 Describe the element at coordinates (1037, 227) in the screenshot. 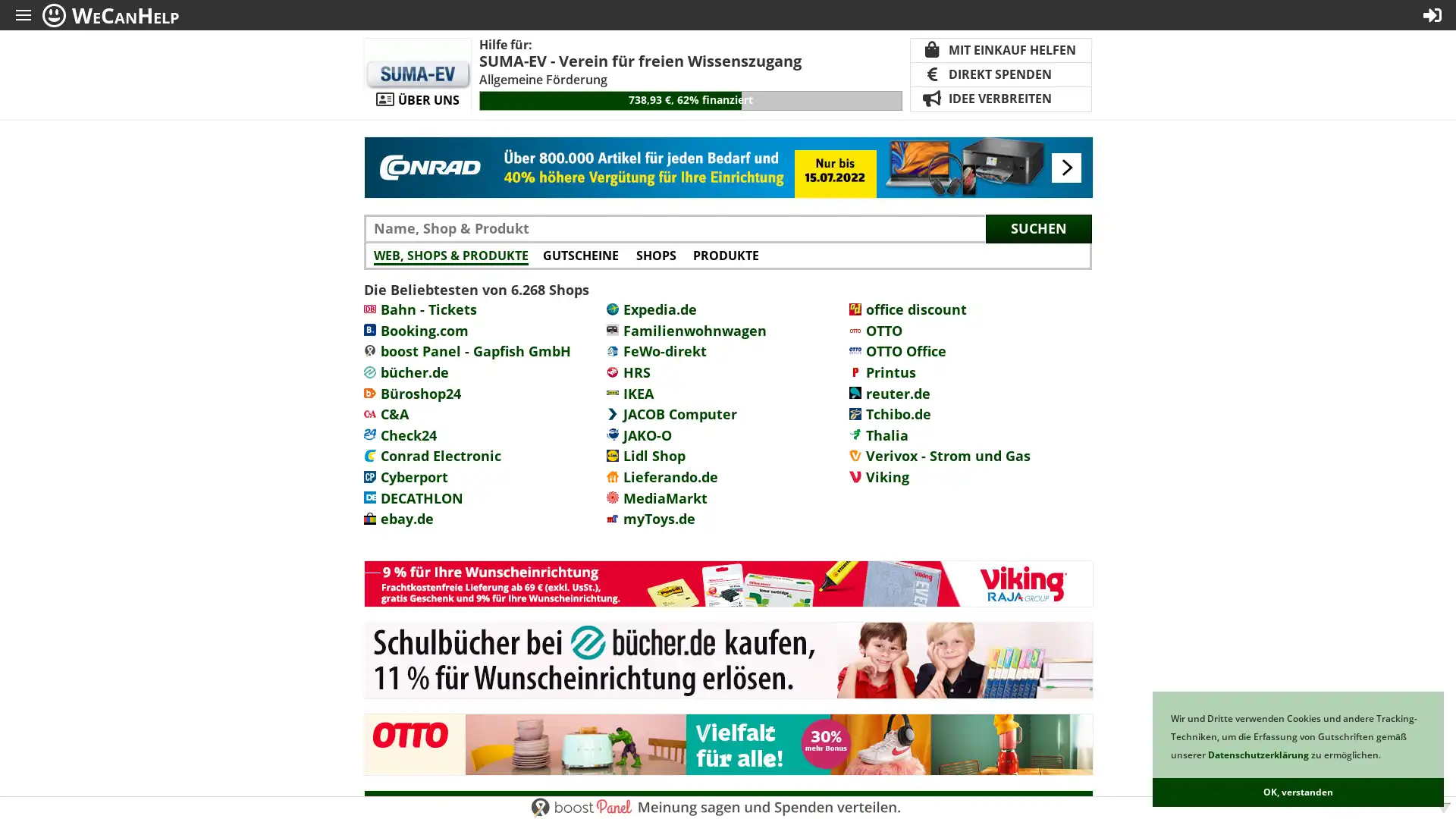

I see `Suchen` at that location.